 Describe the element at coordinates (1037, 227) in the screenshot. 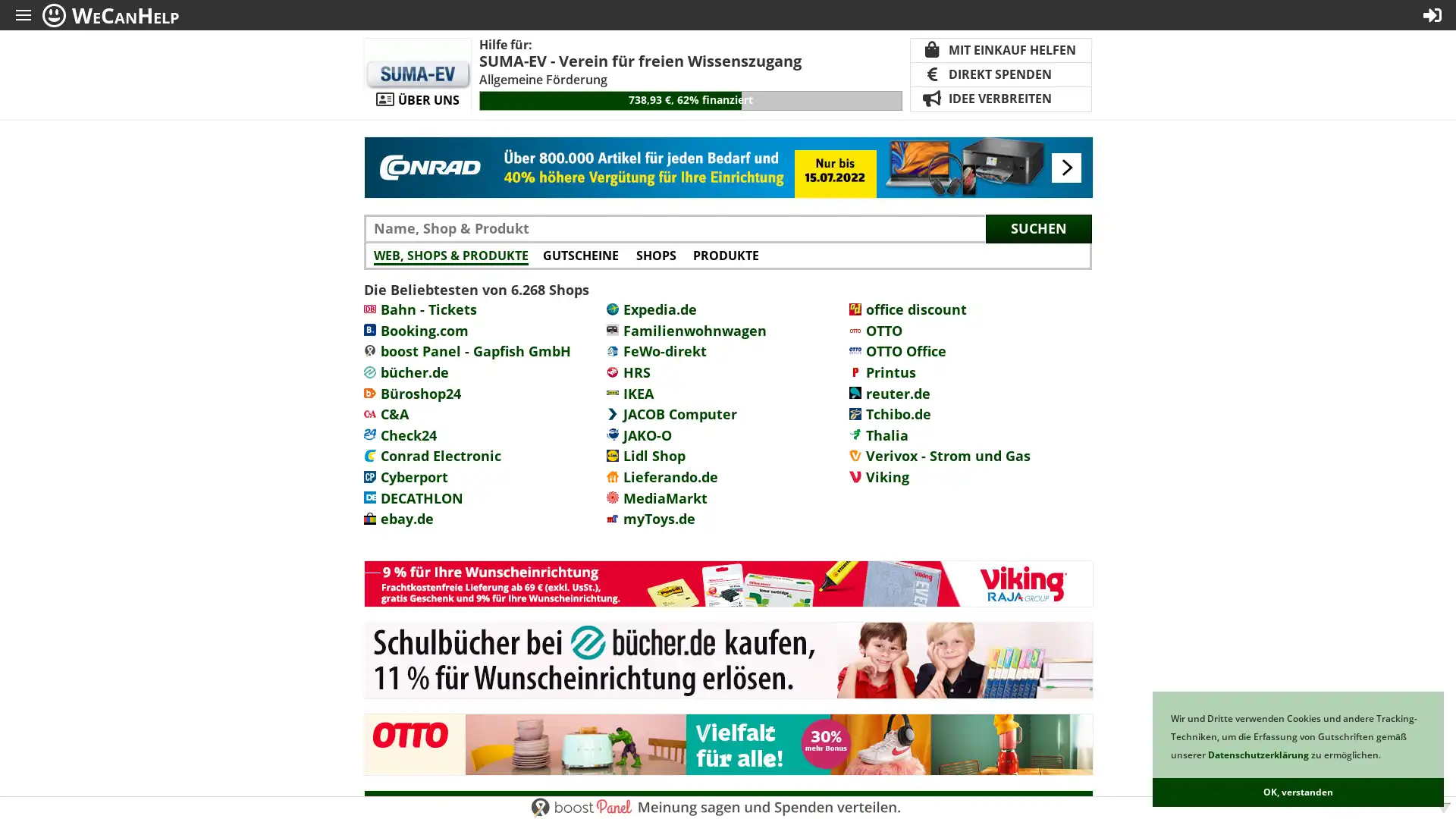

I see `Suchen` at that location.